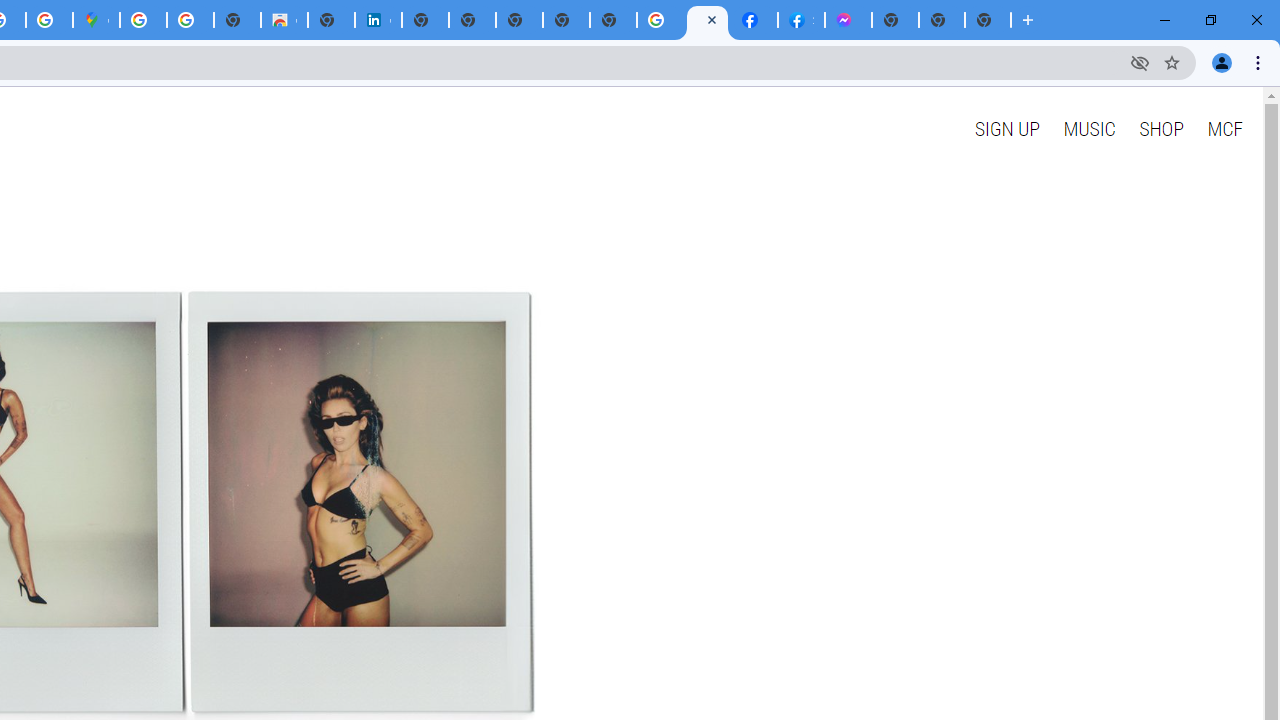 This screenshot has height=720, width=1280. Describe the element at coordinates (95, 20) in the screenshot. I see `'Google Maps'` at that location.